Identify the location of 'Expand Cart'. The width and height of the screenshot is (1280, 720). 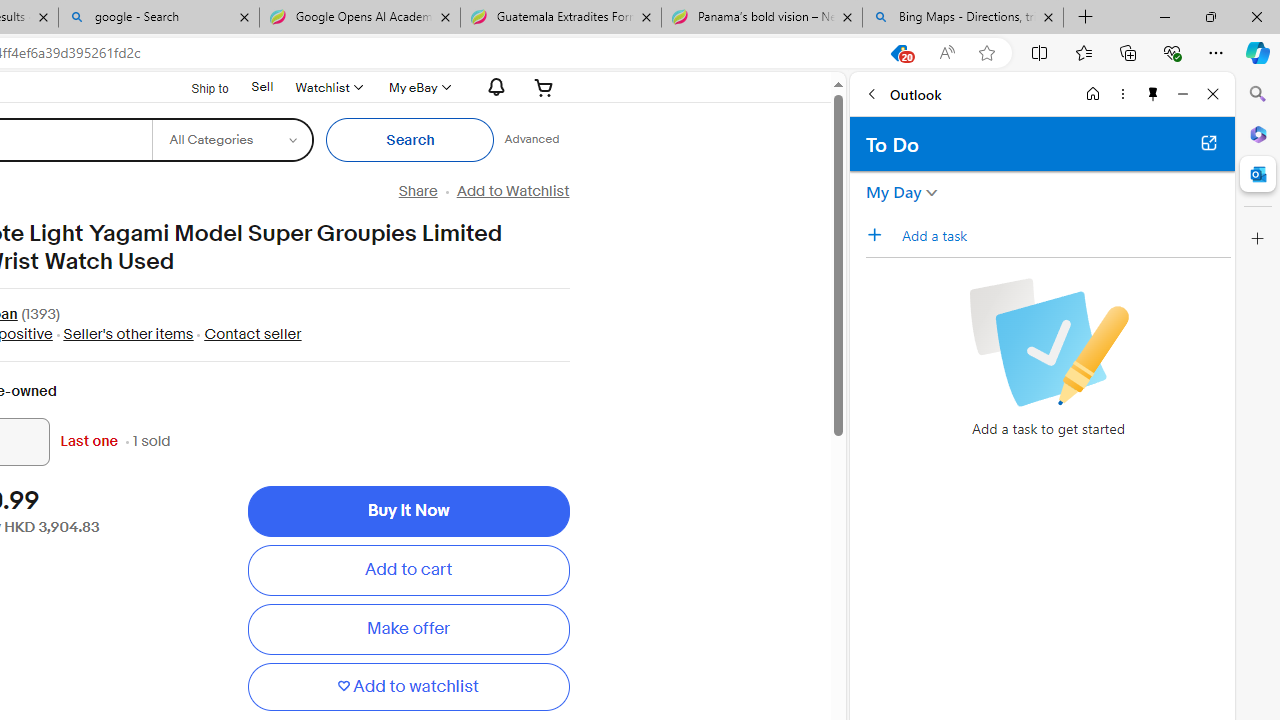
(544, 86).